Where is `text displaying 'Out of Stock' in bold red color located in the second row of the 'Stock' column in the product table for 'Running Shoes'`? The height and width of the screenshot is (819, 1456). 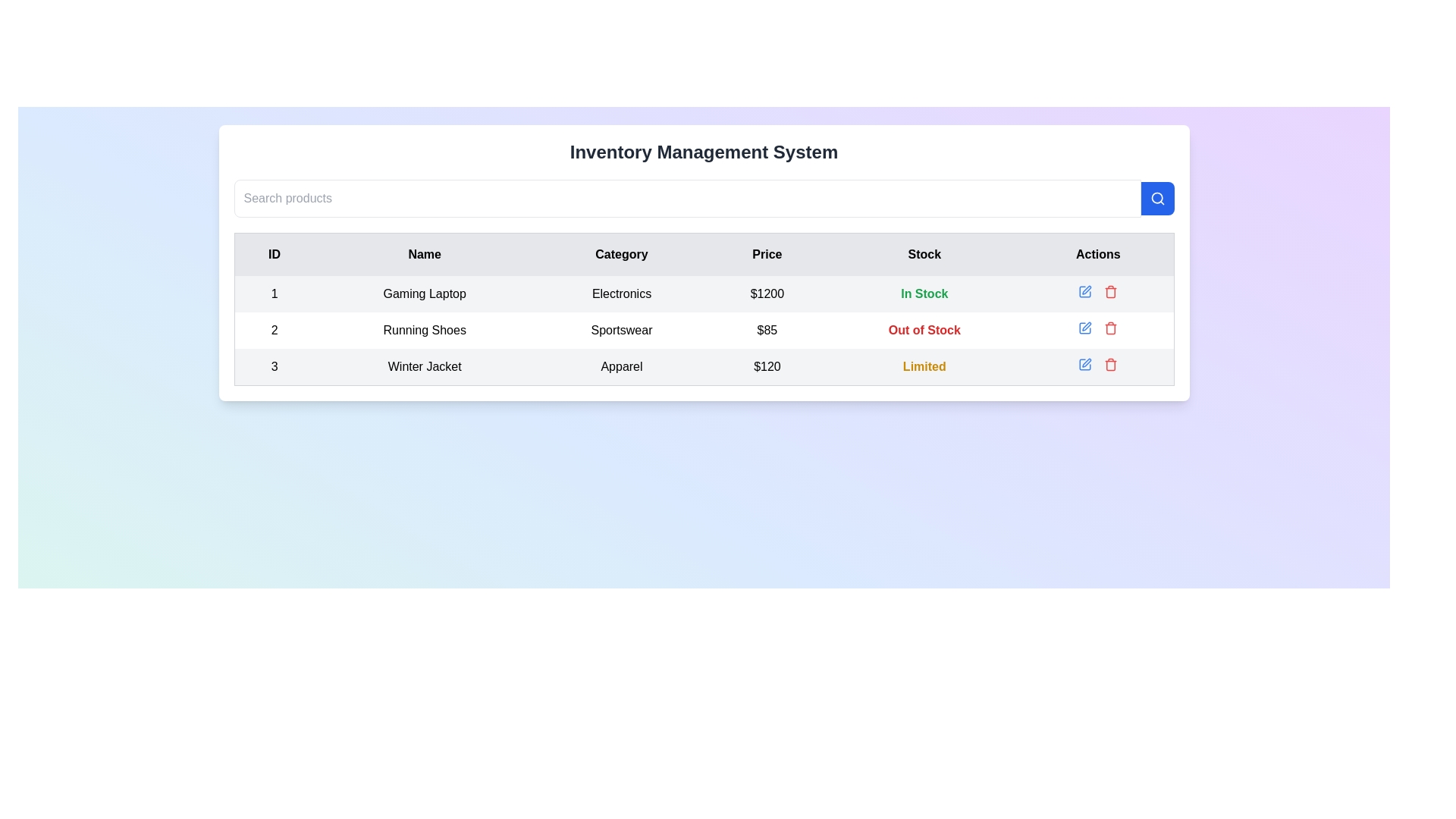
text displaying 'Out of Stock' in bold red color located in the second row of the 'Stock' column in the product table for 'Running Shoes' is located at coordinates (924, 329).